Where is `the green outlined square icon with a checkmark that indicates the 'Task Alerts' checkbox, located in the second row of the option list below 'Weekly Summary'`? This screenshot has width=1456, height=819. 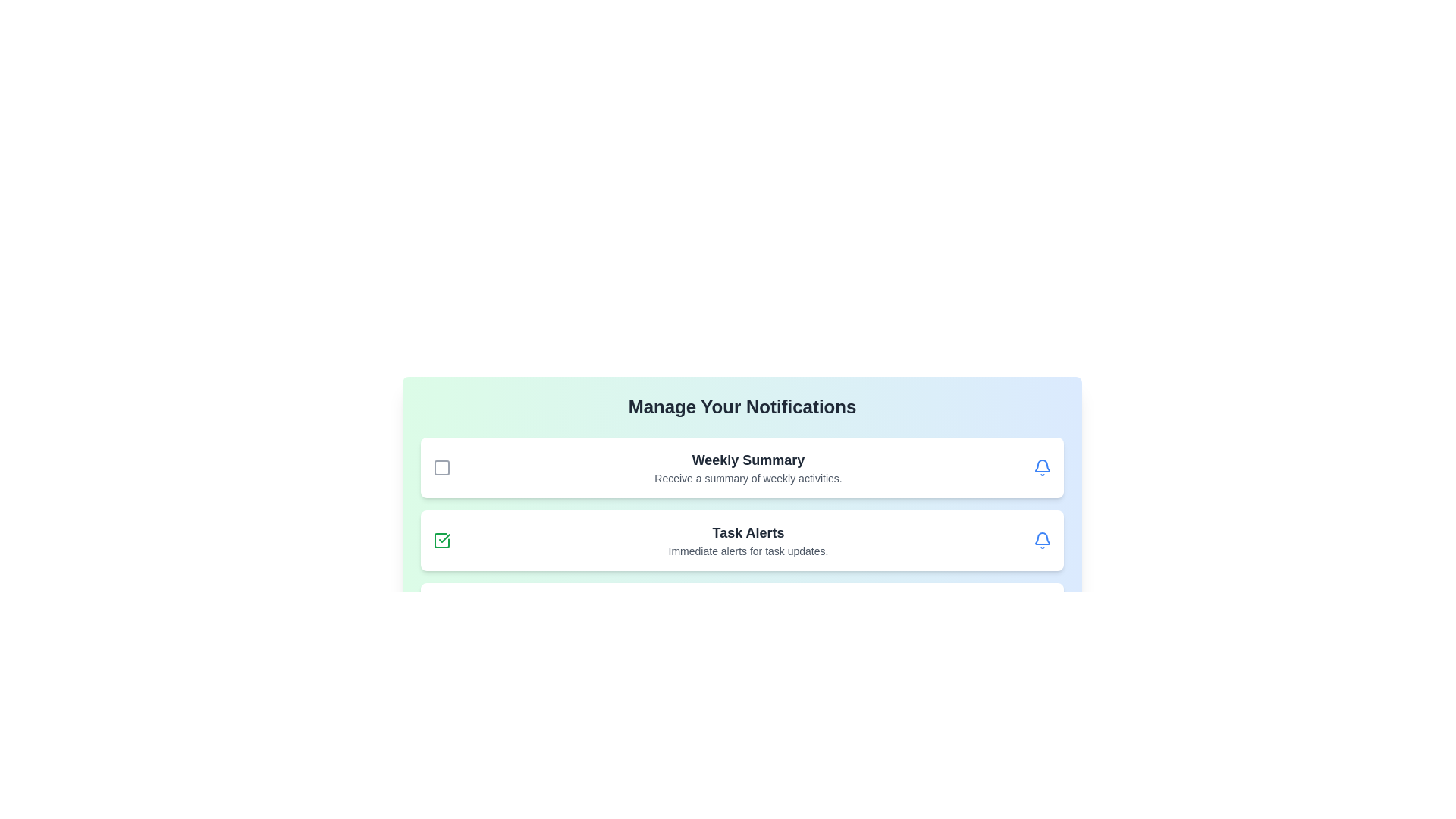
the green outlined square icon with a checkmark that indicates the 'Task Alerts' checkbox, located in the second row of the option list below 'Weekly Summary' is located at coordinates (441, 540).